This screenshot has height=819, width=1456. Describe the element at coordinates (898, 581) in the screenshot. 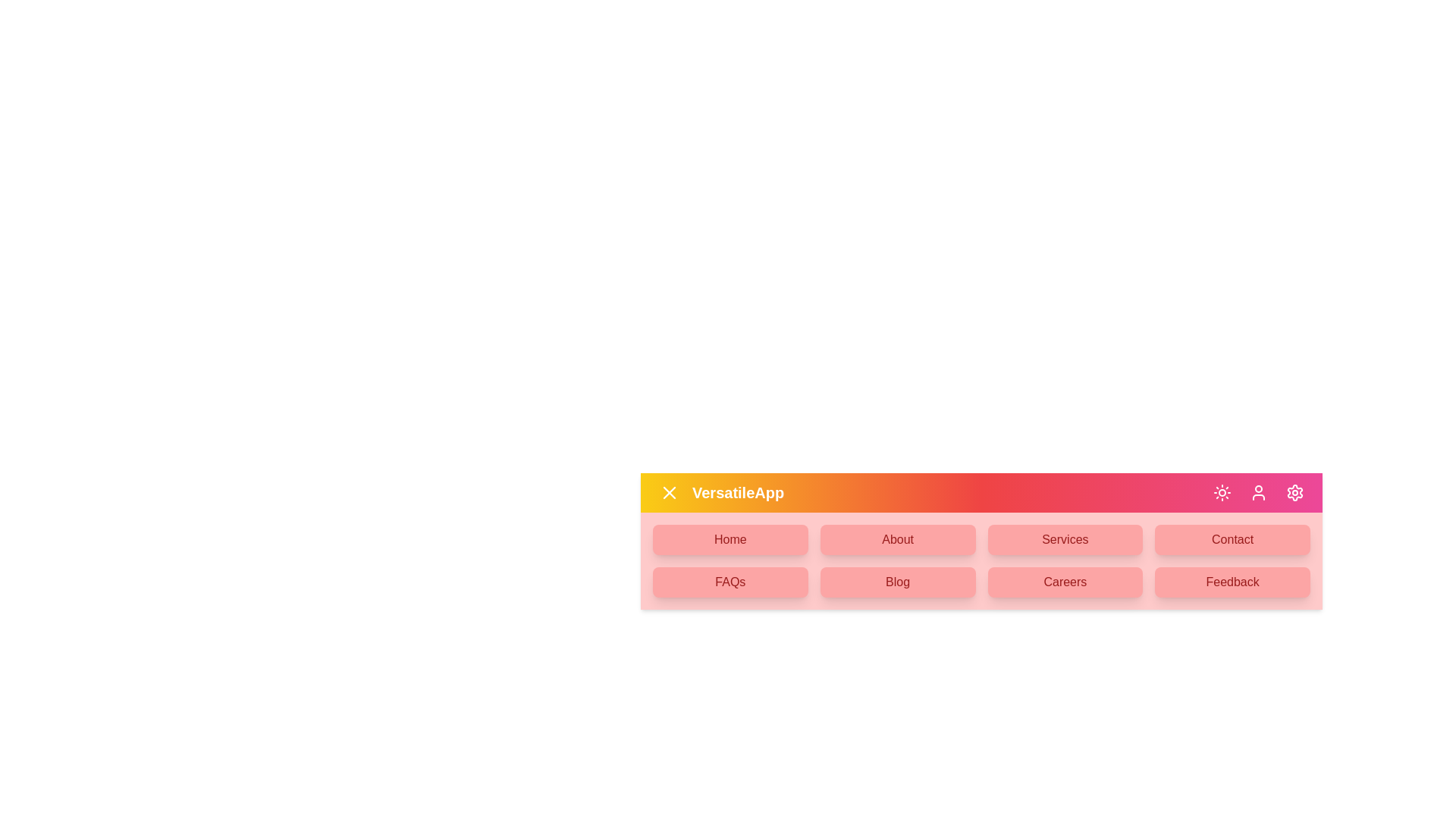

I see `the menu item Blog from the available options` at that location.